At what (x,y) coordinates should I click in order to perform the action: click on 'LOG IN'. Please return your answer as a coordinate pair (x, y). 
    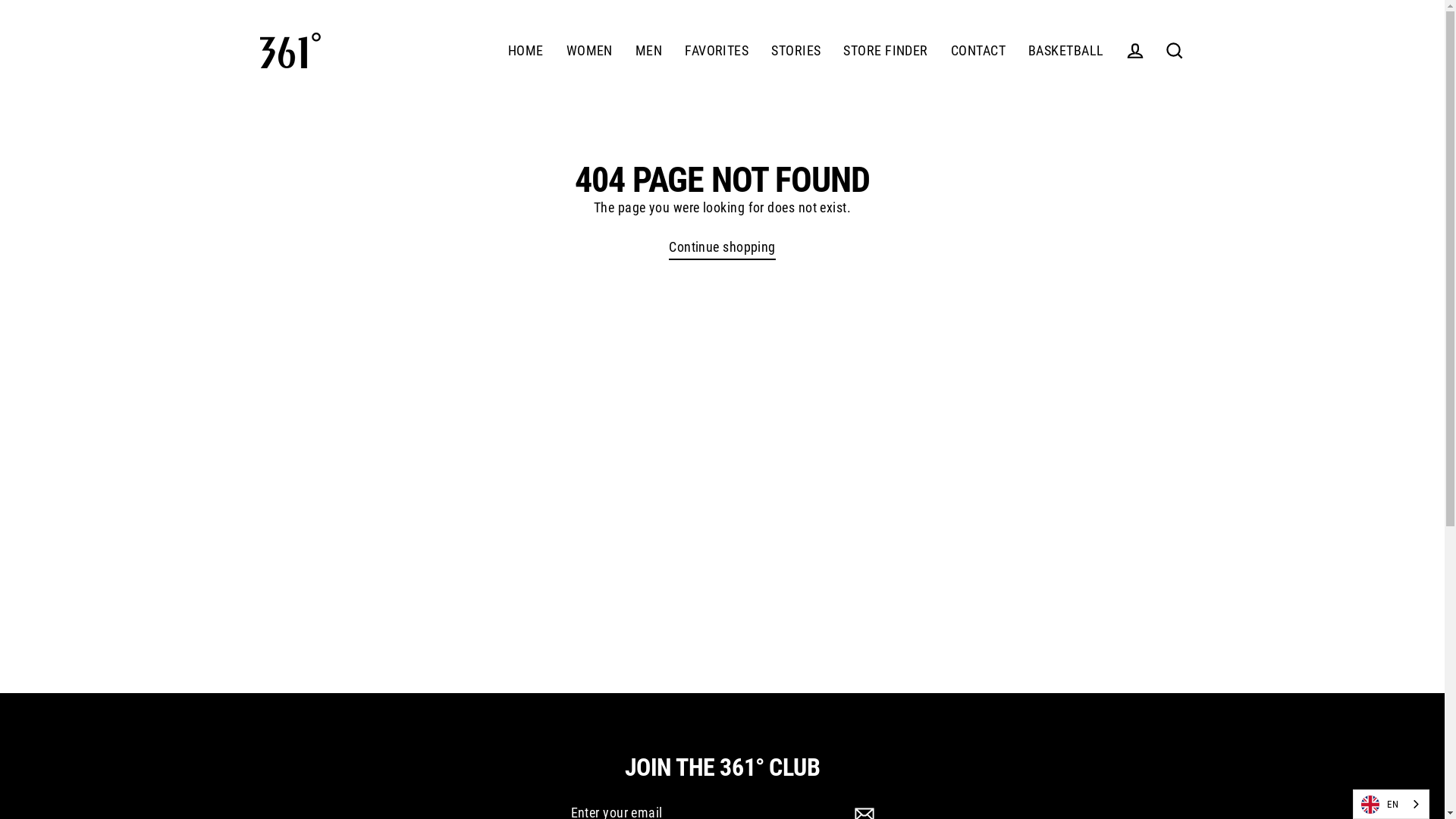
    Looking at the image, I should click on (1134, 49).